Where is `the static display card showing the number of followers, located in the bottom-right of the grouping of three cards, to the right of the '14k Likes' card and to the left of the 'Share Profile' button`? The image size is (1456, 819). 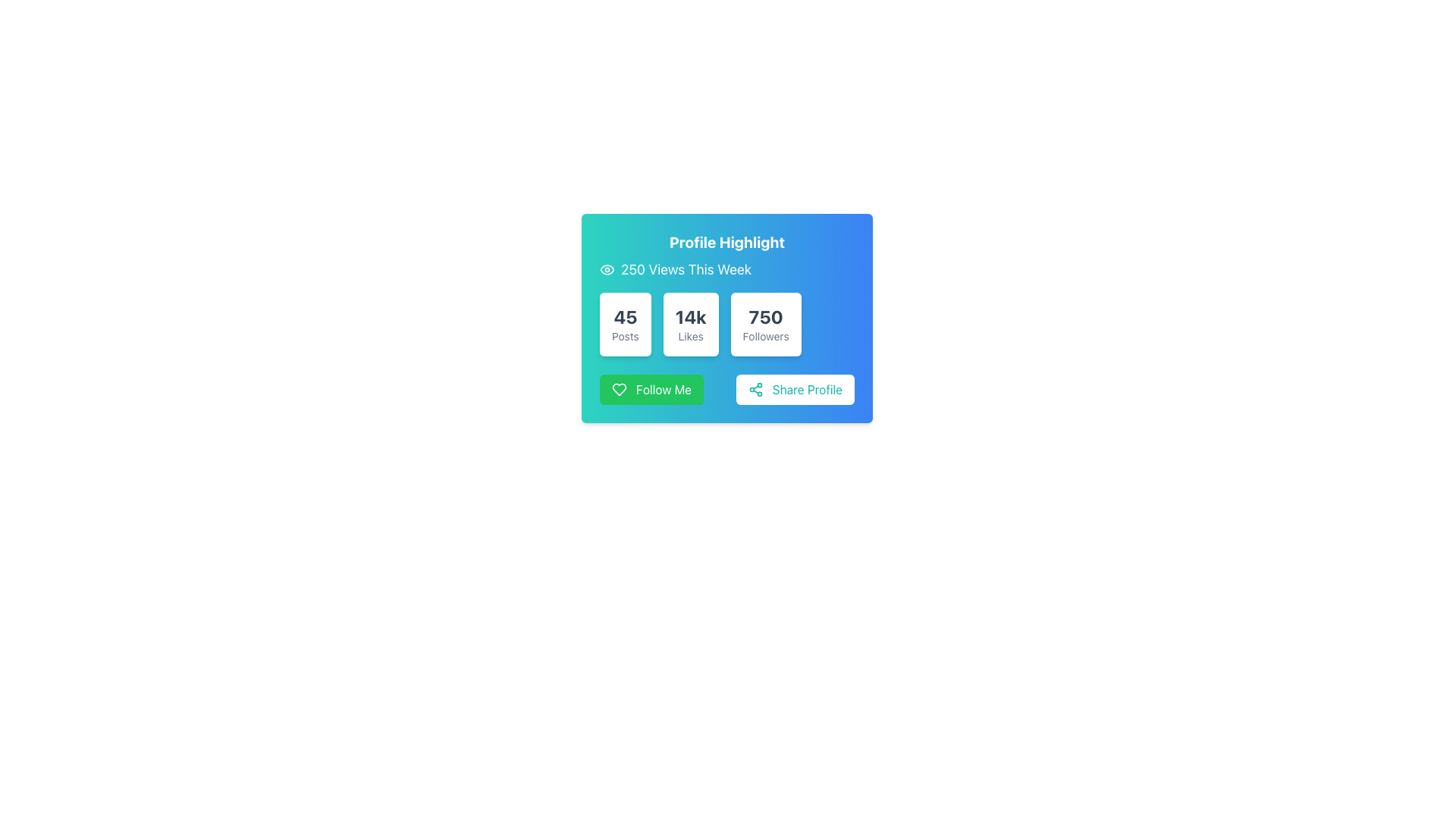
the static display card showing the number of followers, located in the bottom-right of the grouping of three cards, to the right of the '14k Likes' card and to the left of the 'Share Profile' button is located at coordinates (766, 324).